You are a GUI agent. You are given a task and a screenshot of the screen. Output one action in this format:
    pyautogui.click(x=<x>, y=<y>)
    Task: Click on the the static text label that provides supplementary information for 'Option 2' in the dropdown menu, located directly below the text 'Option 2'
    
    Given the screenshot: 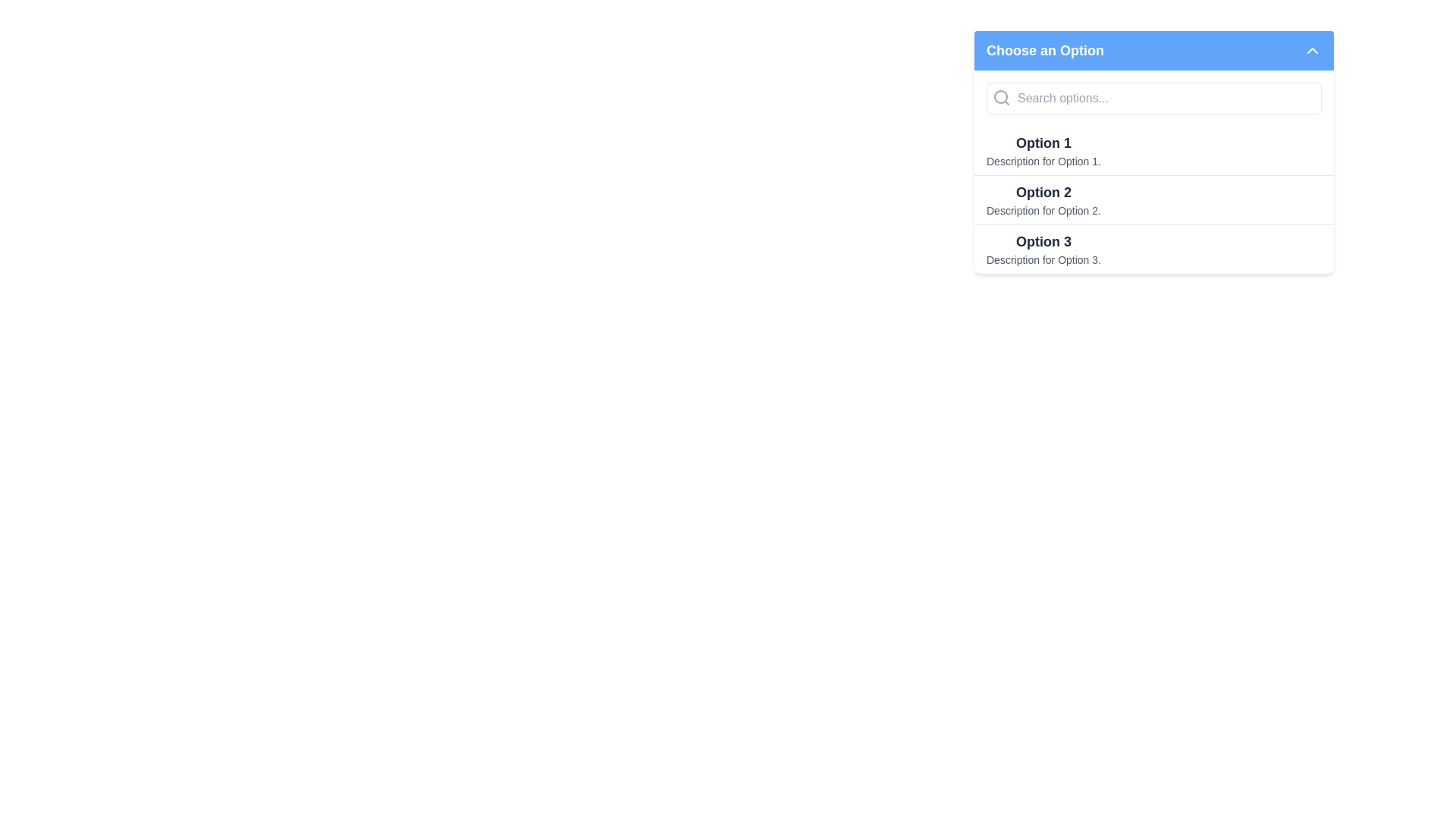 What is the action you would take?
    pyautogui.click(x=1043, y=210)
    